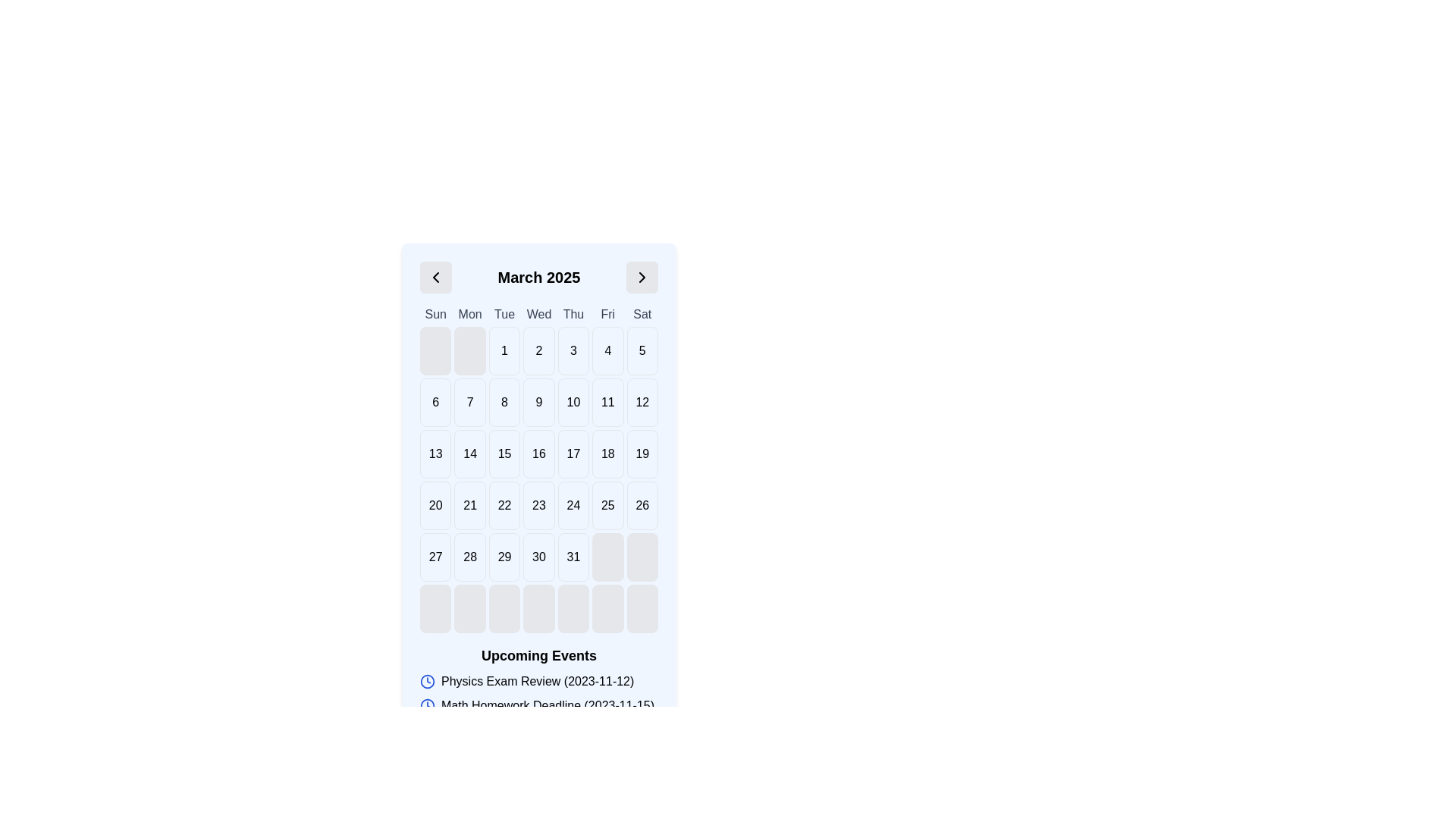  What do you see at coordinates (469, 557) in the screenshot?
I see `the Date cell displaying '28'` at bounding box center [469, 557].